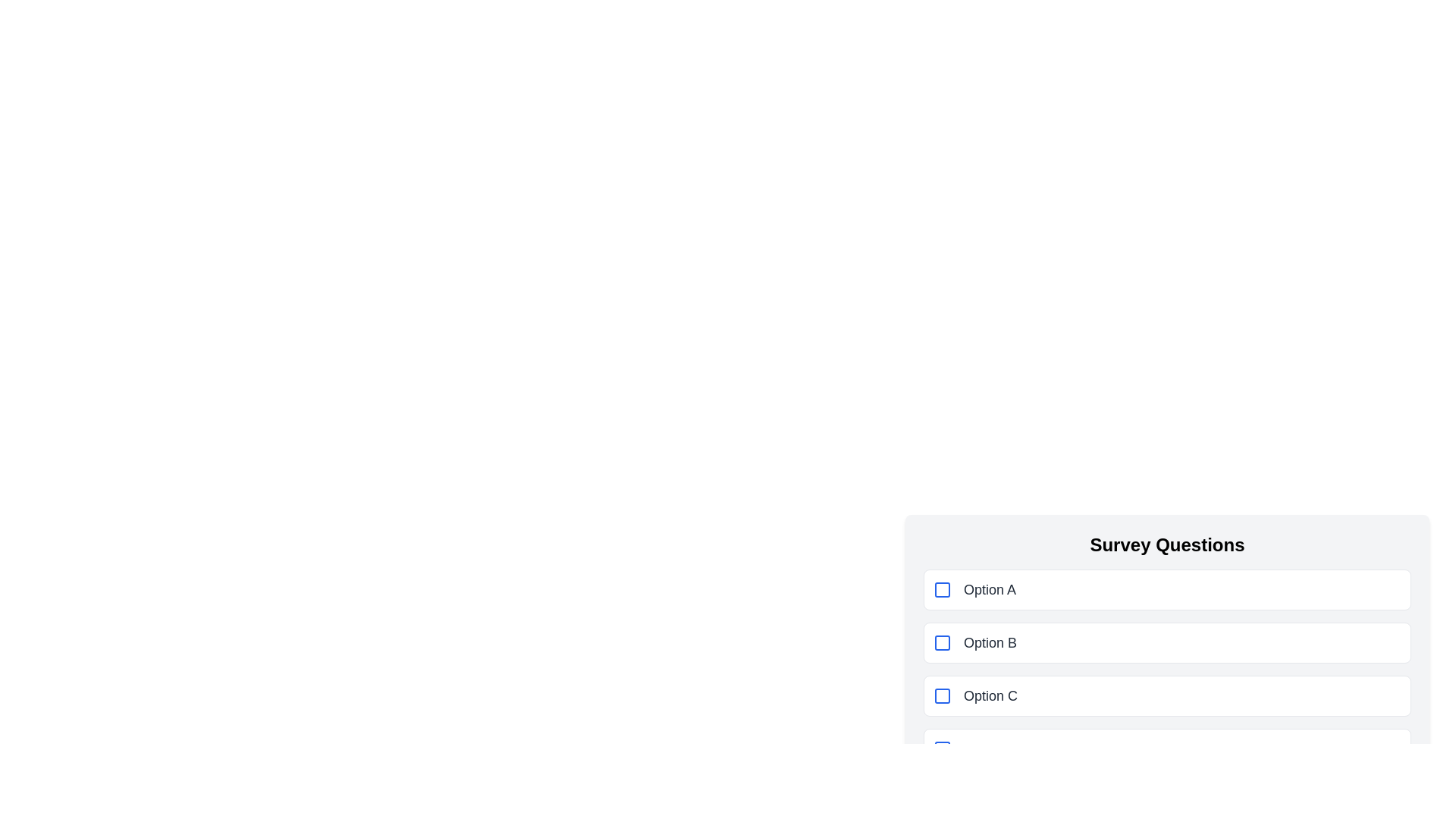  What do you see at coordinates (942, 589) in the screenshot?
I see `the checkbox indicator located to the left of the text 'Option A' in the first option's row of the survey question list` at bounding box center [942, 589].